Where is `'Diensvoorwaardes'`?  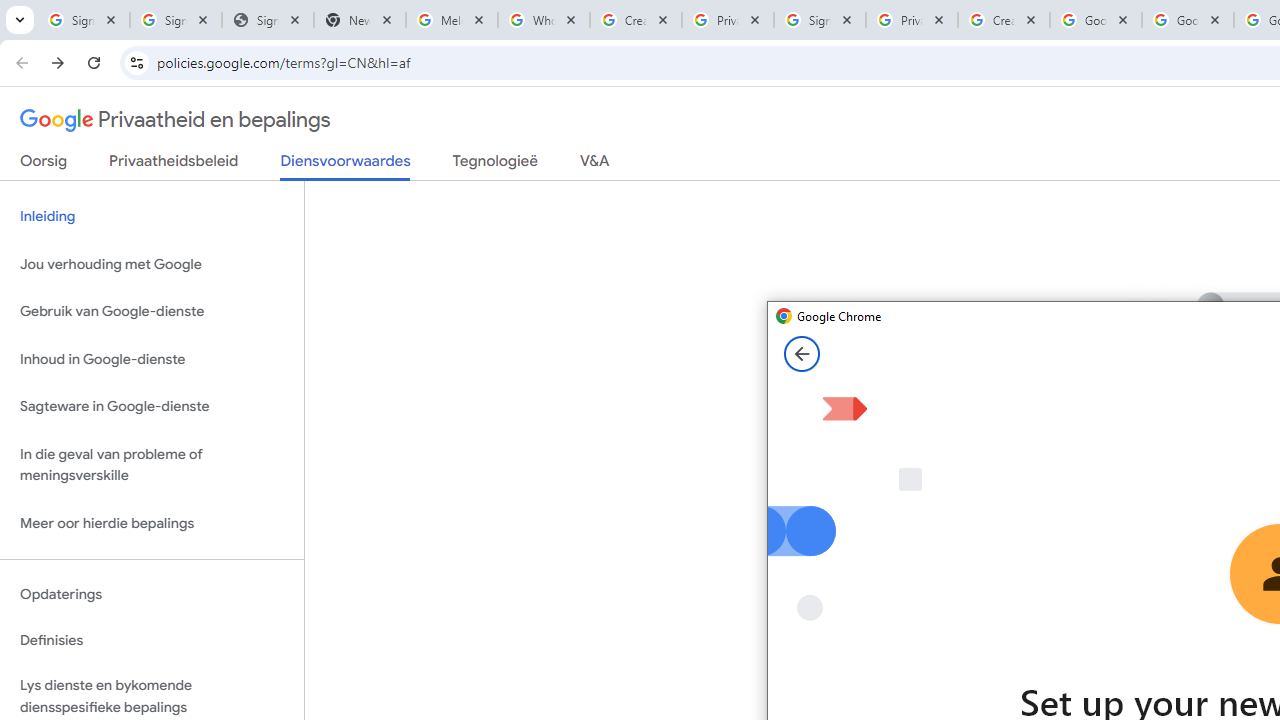 'Diensvoorwaardes' is located at coordinates (345, 165).